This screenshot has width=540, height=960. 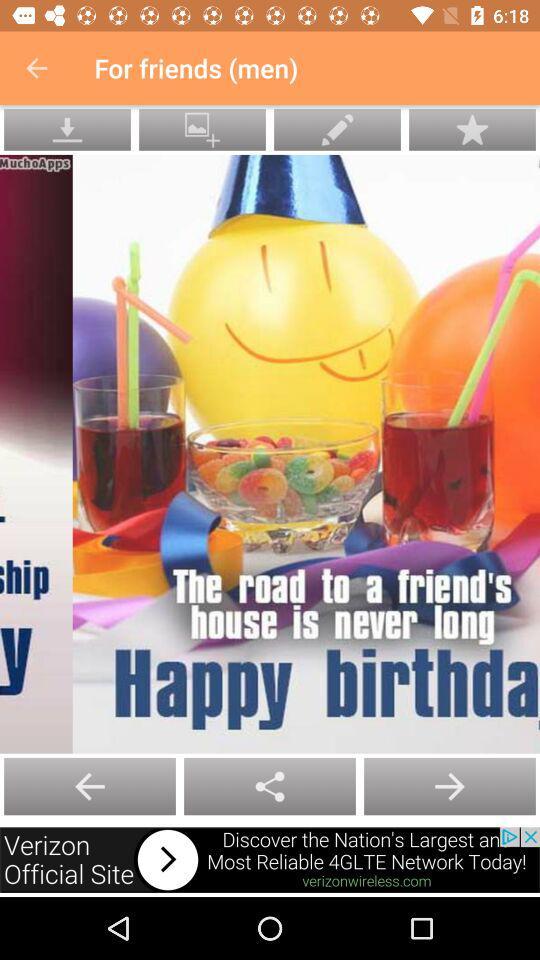 What do you see at coordinates (270, 859) in the screenshot?
I see `click the advertisement` at bounding box center [270, 859].